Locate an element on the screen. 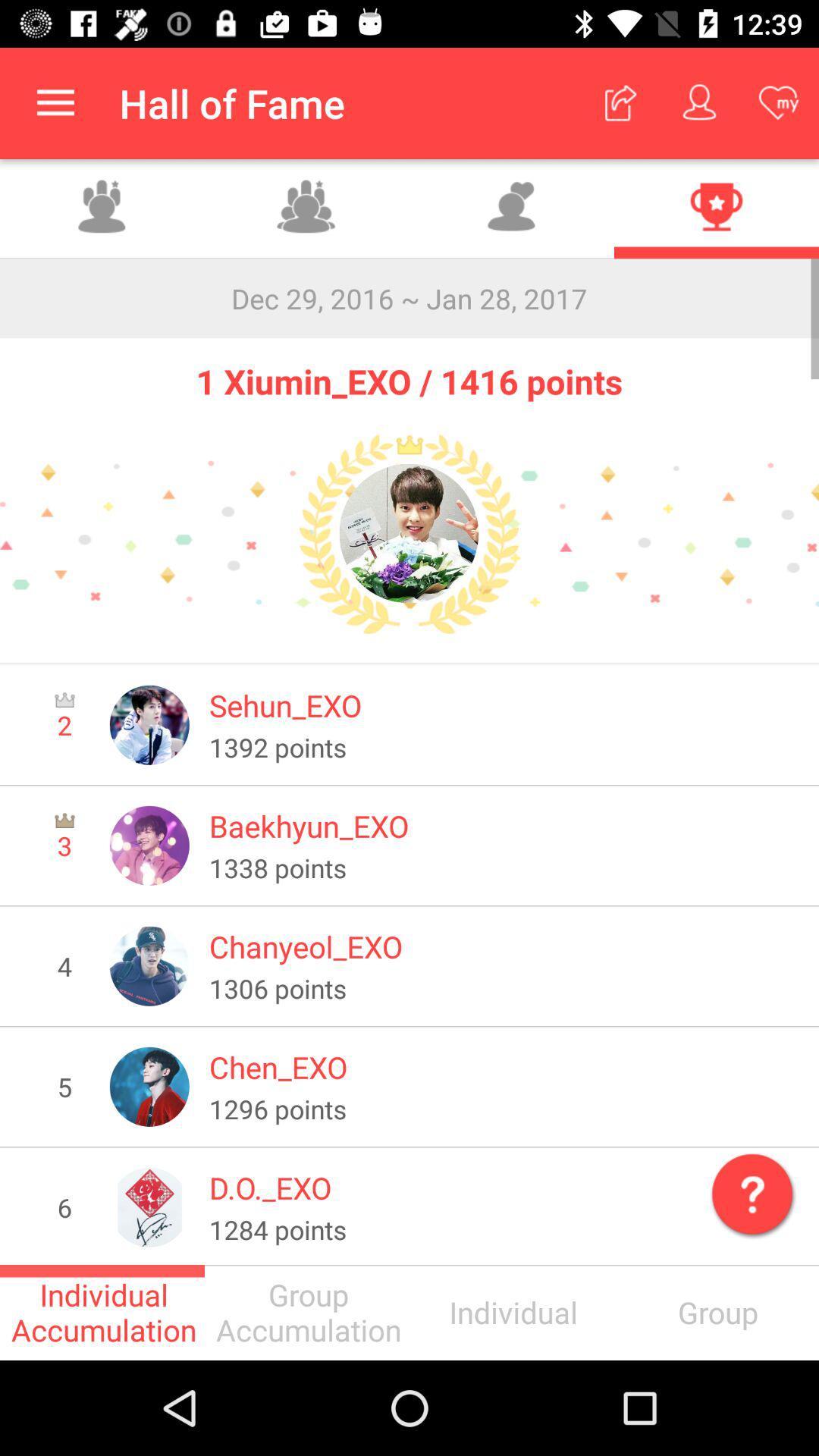  help is located at coordinates (748, 1190).